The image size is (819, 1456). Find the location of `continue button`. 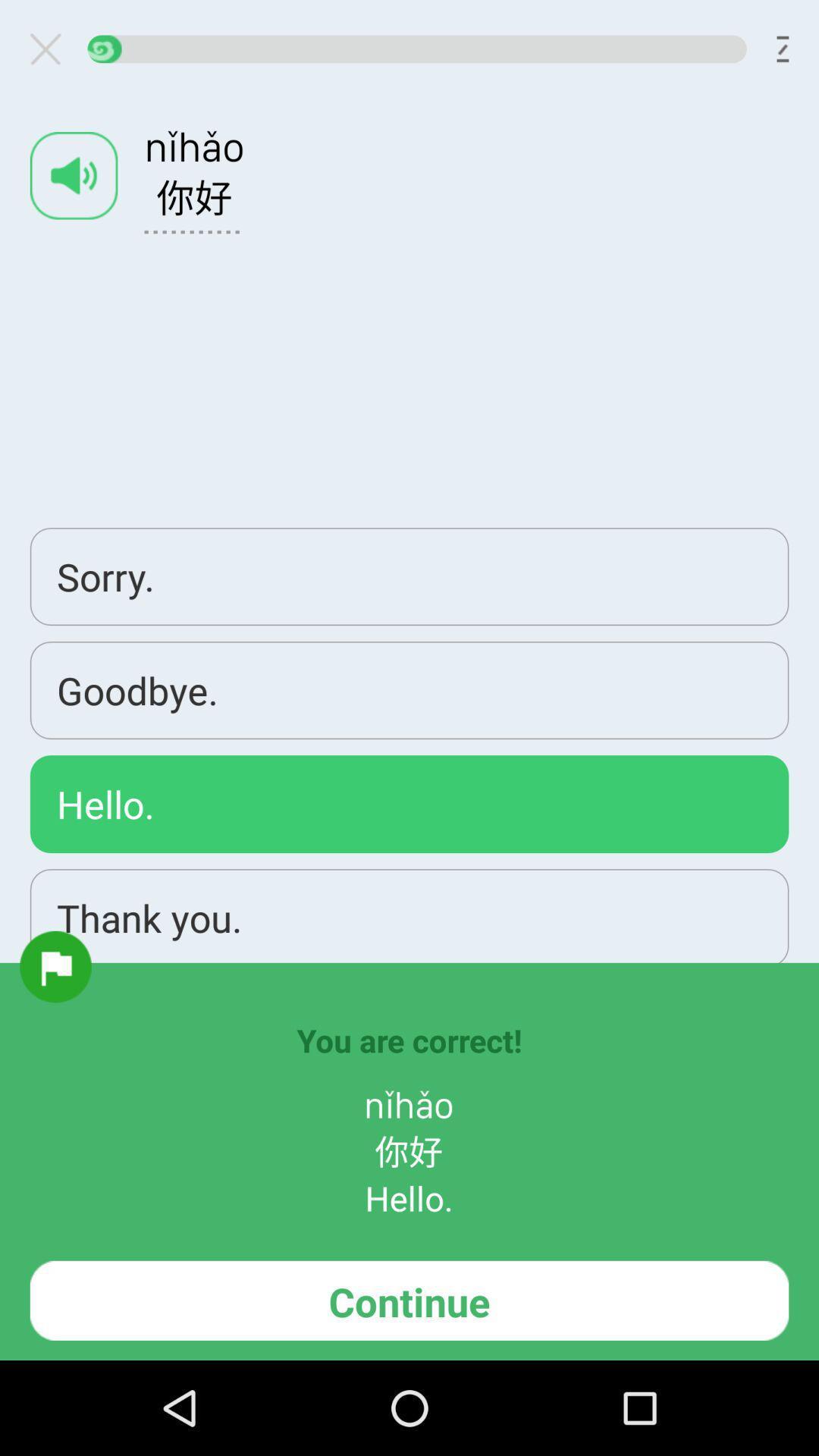

continue button is located at coordinates (409, 1300).